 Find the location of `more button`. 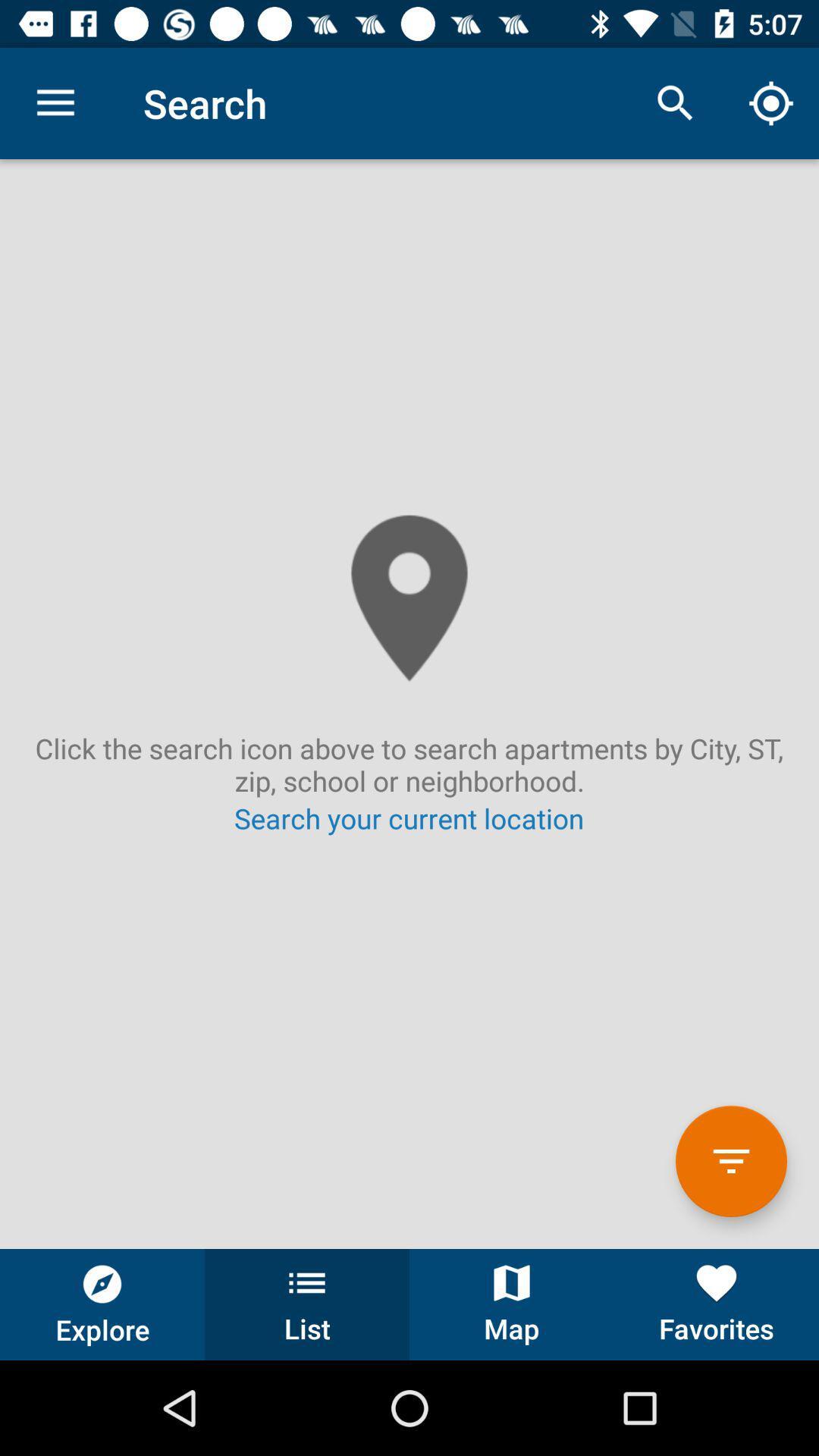

more button is located at coordinates (730, 1160).